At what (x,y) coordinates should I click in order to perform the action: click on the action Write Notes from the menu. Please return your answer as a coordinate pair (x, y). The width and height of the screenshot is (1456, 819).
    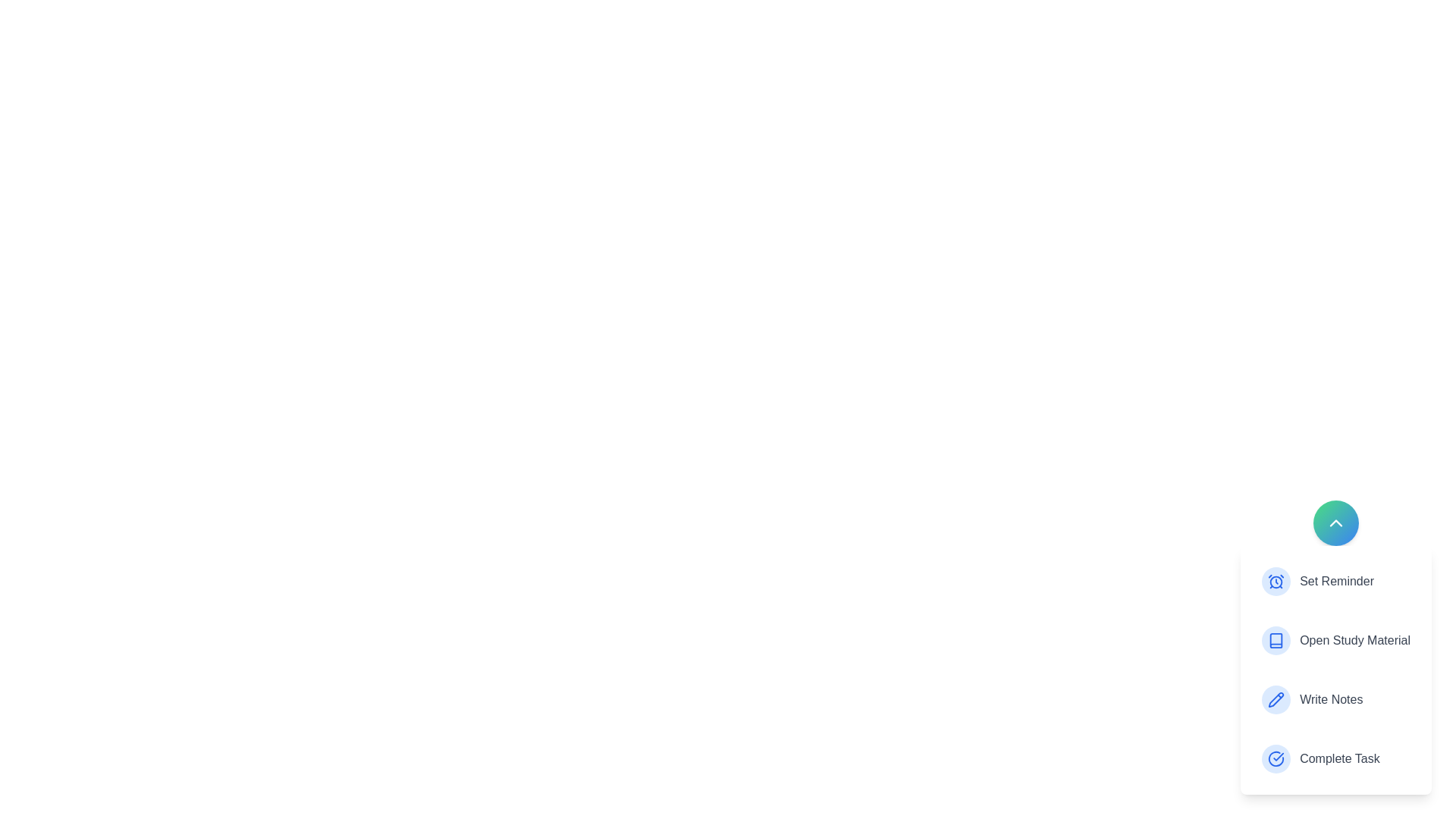
    Looking at the image, I should click on (1335, 699).